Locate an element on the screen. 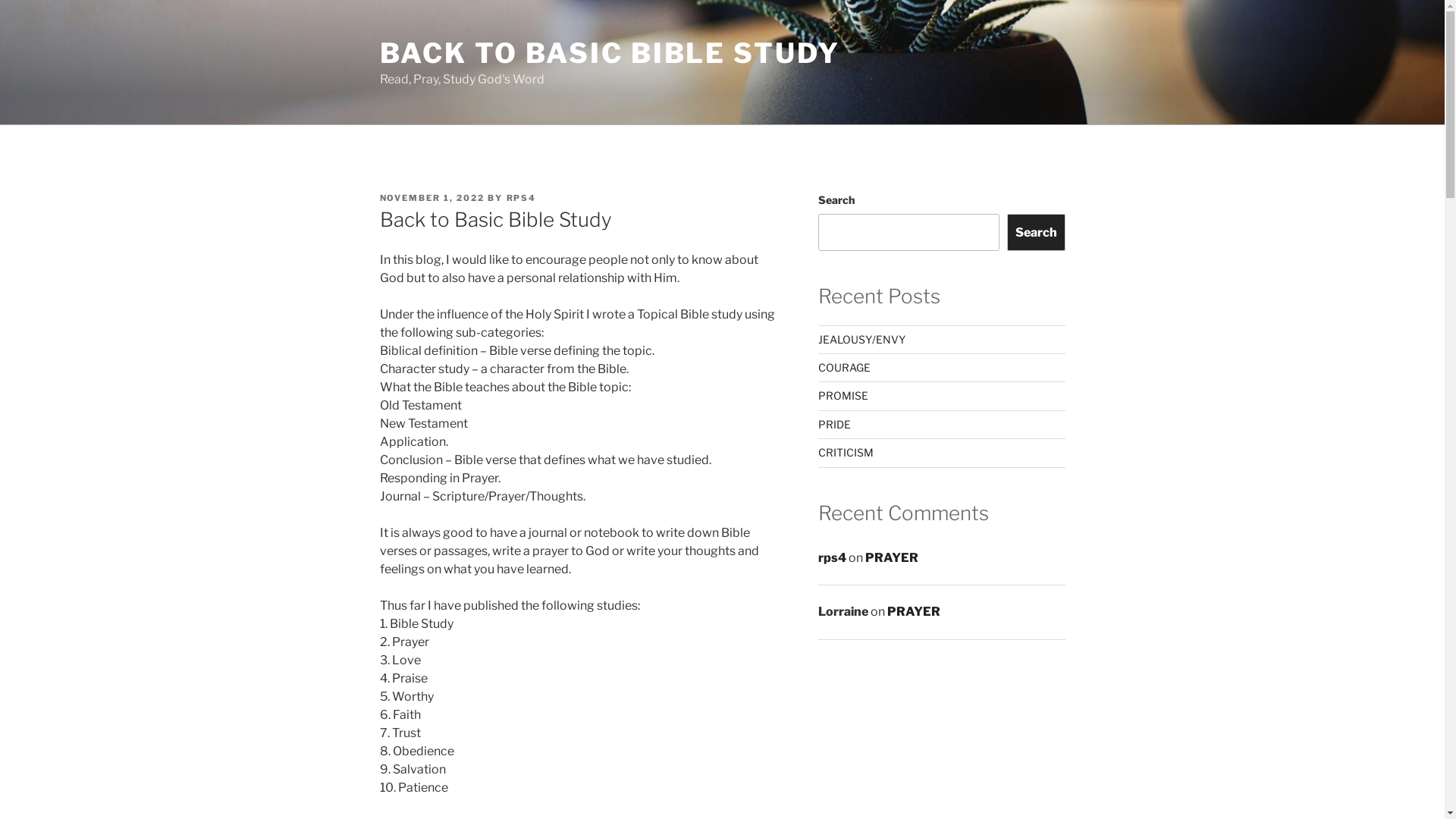 This screenshot has width=1456, height=819. 'BACK TO BASIC BIBLE STUDY' is located at coordinates (609, 52).